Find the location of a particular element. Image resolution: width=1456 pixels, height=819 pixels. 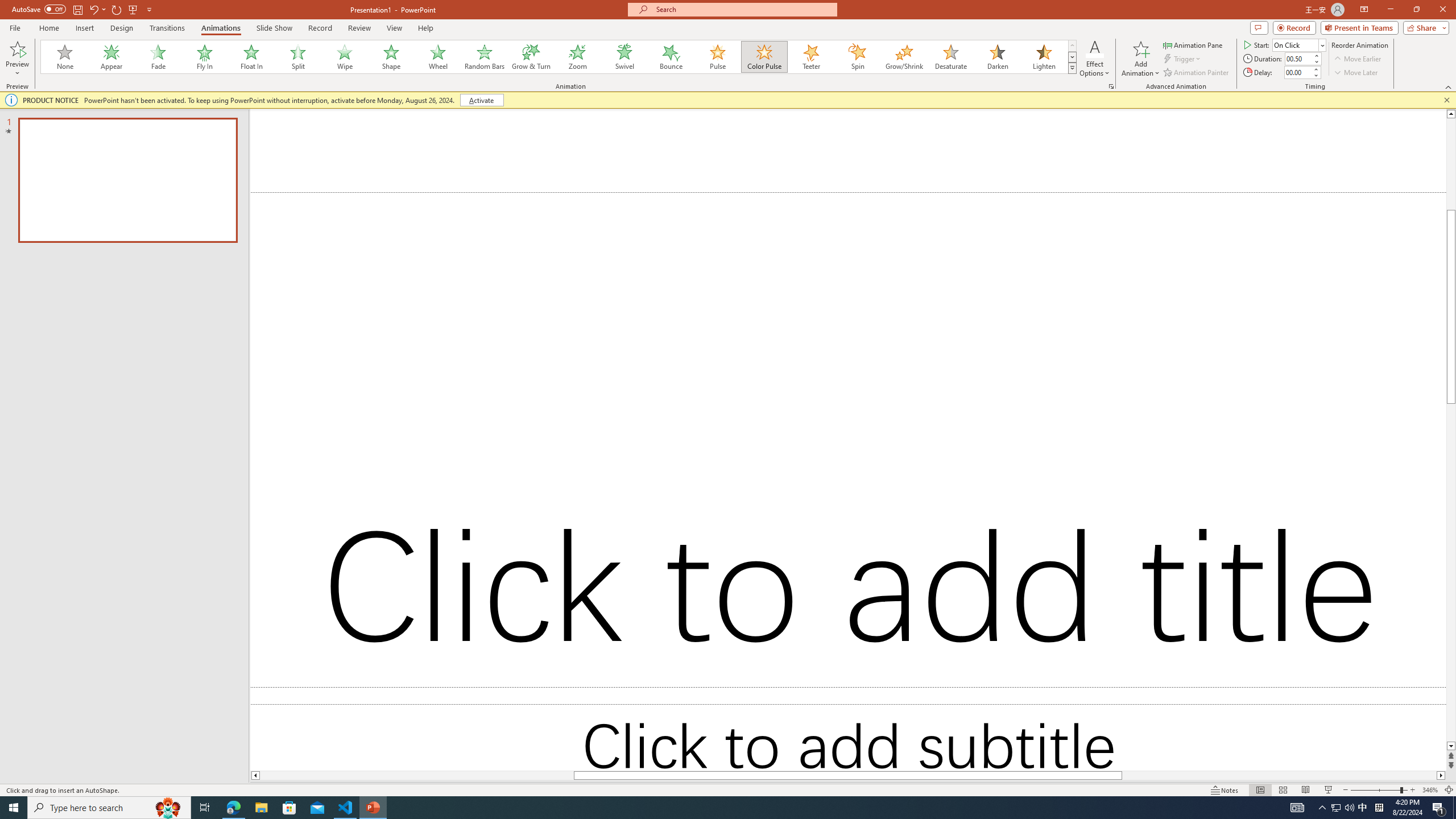

'Effect Options' is located at coordinates (1094, 59).